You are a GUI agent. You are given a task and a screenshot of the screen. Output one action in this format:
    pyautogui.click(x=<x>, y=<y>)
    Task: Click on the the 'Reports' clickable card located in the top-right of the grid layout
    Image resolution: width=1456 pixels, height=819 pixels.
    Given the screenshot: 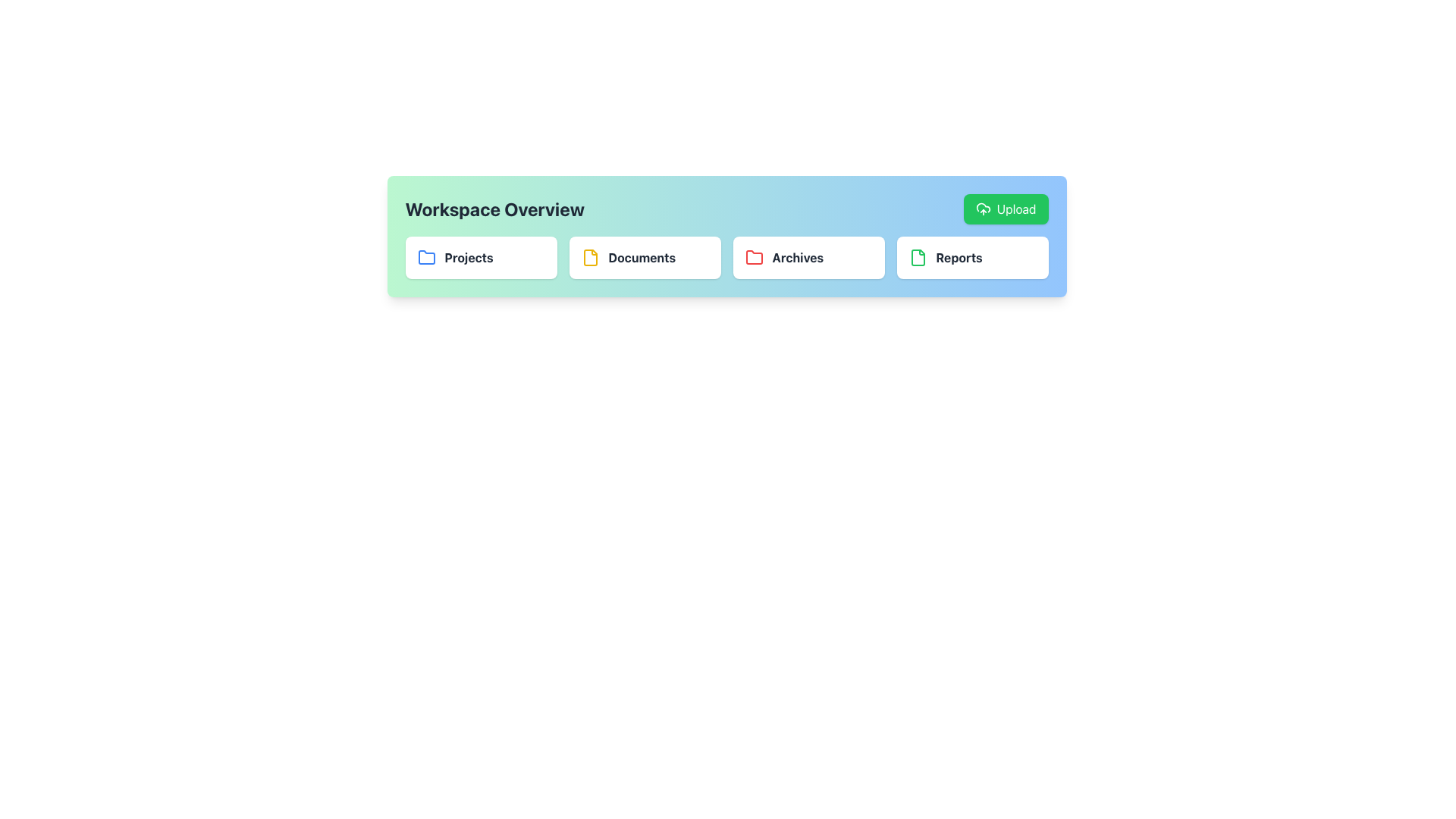 What is the action you would take?
    pyautogui.click(x=972, y=256)
    